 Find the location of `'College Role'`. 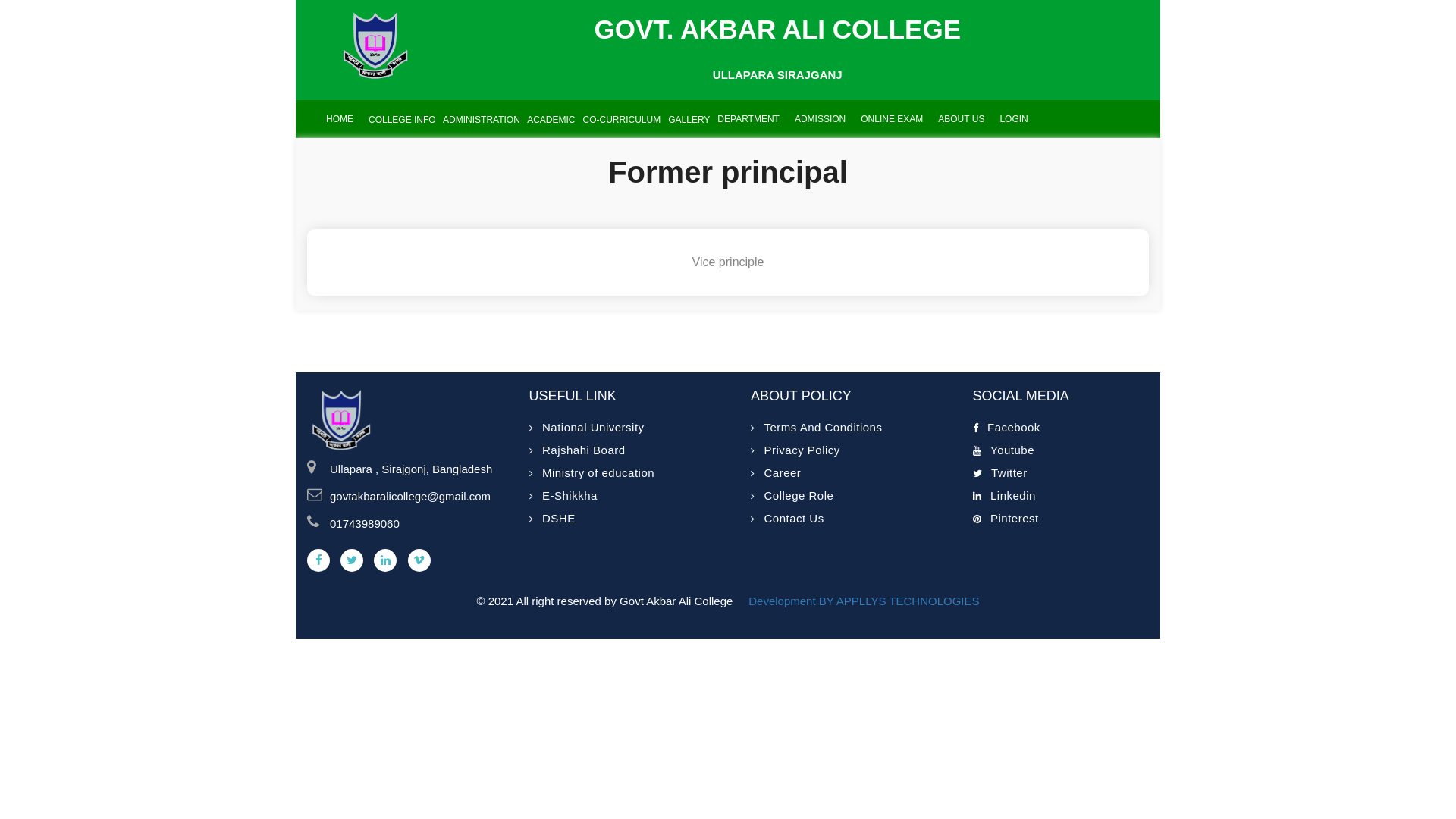

'College Role' is located at coordinates (791, 495).